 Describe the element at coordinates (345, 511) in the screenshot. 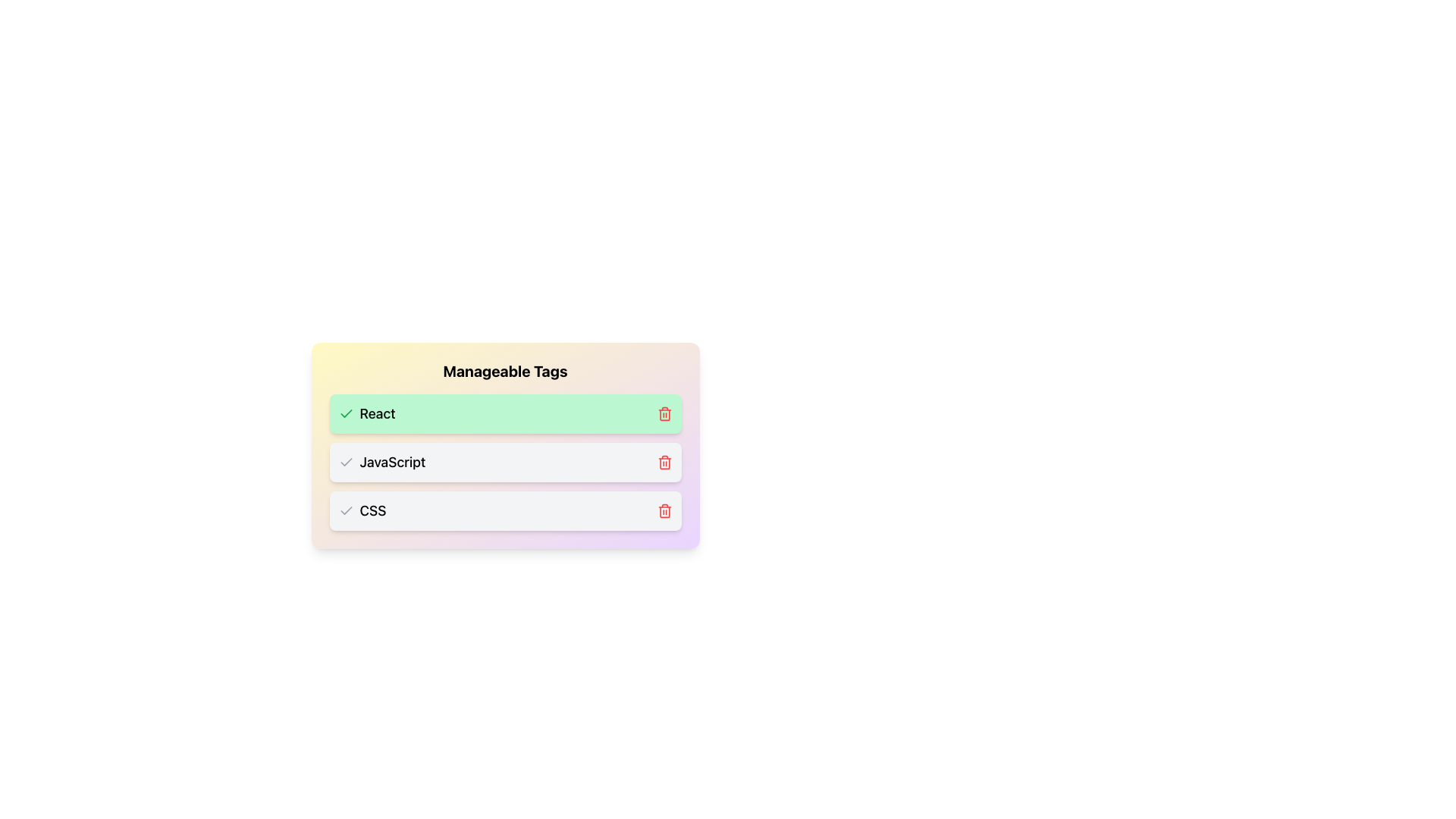

I see `the checkmark icon with a gray stroke located to the left of the 'CSS' text in the third list item of a vertically aligned group` at that location.